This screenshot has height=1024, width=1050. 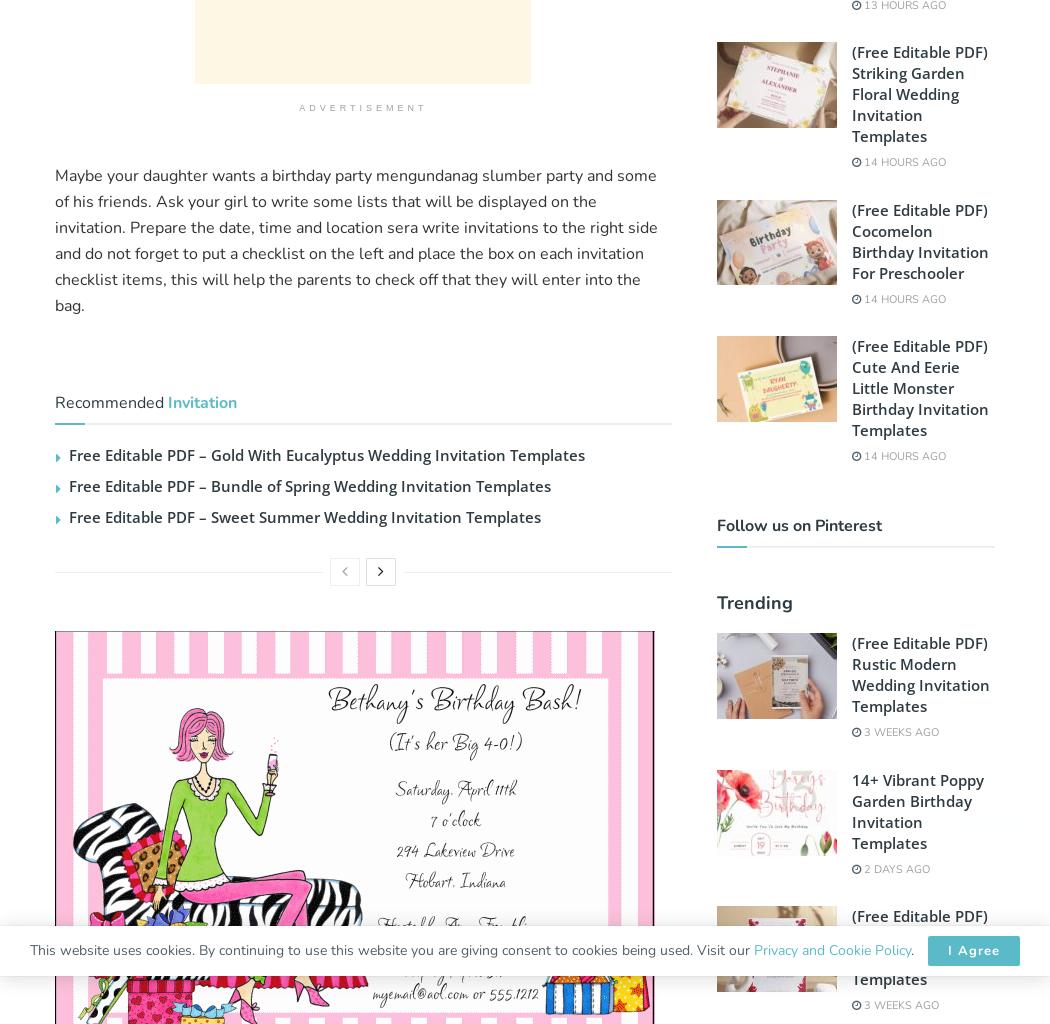 What do you see at coordinates (322, 175) in the screenshot?
I see `'birthday party'` at bounding box center [322, 175].